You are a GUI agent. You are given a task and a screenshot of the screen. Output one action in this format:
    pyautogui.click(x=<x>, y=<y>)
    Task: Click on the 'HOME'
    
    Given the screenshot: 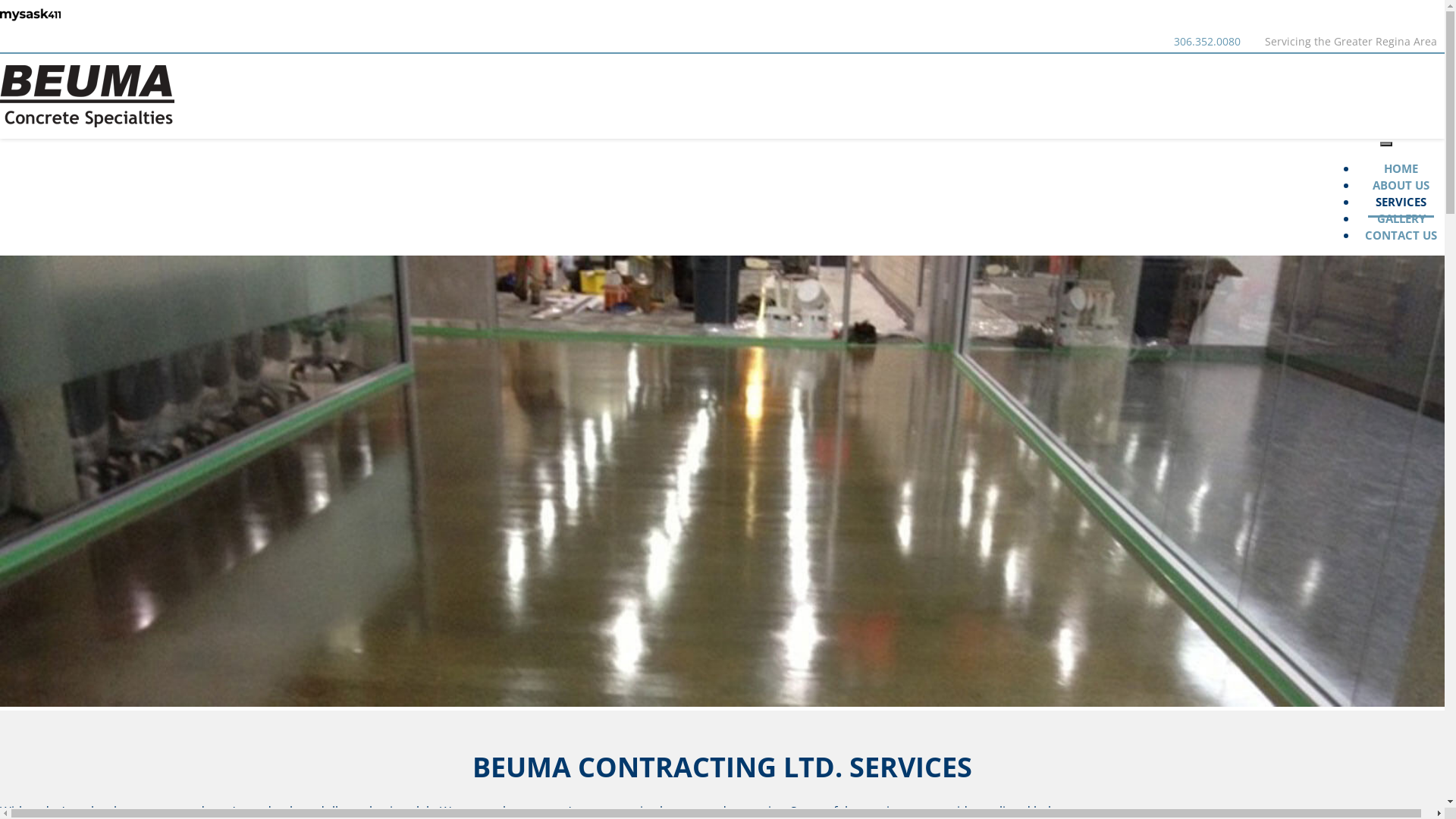 What is the action you would take?
    pyautogui.click(x=1400, y=169)
    